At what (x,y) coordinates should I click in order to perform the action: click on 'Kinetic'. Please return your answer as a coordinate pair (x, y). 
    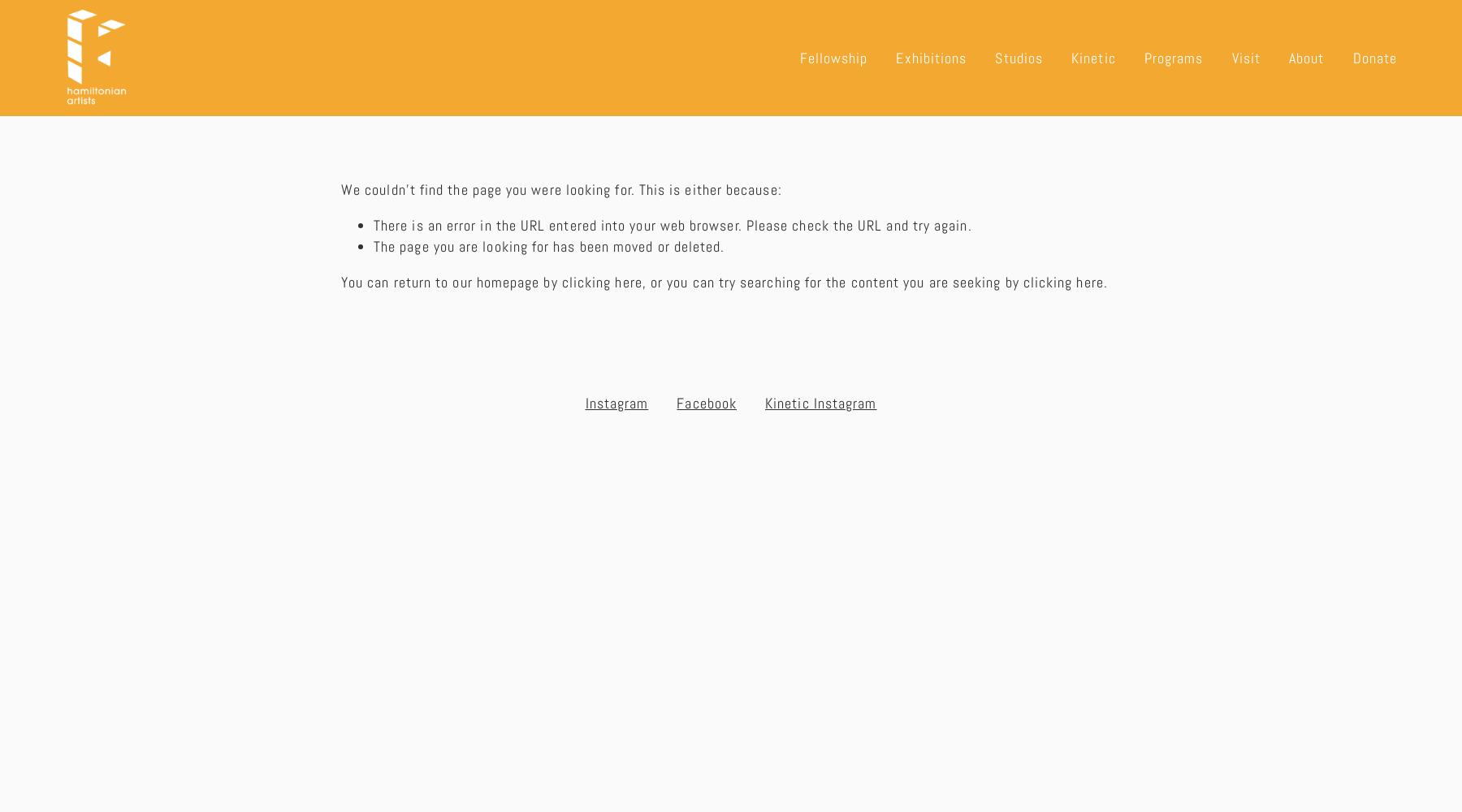
    Looking at the image, I should click on (1093, 56).